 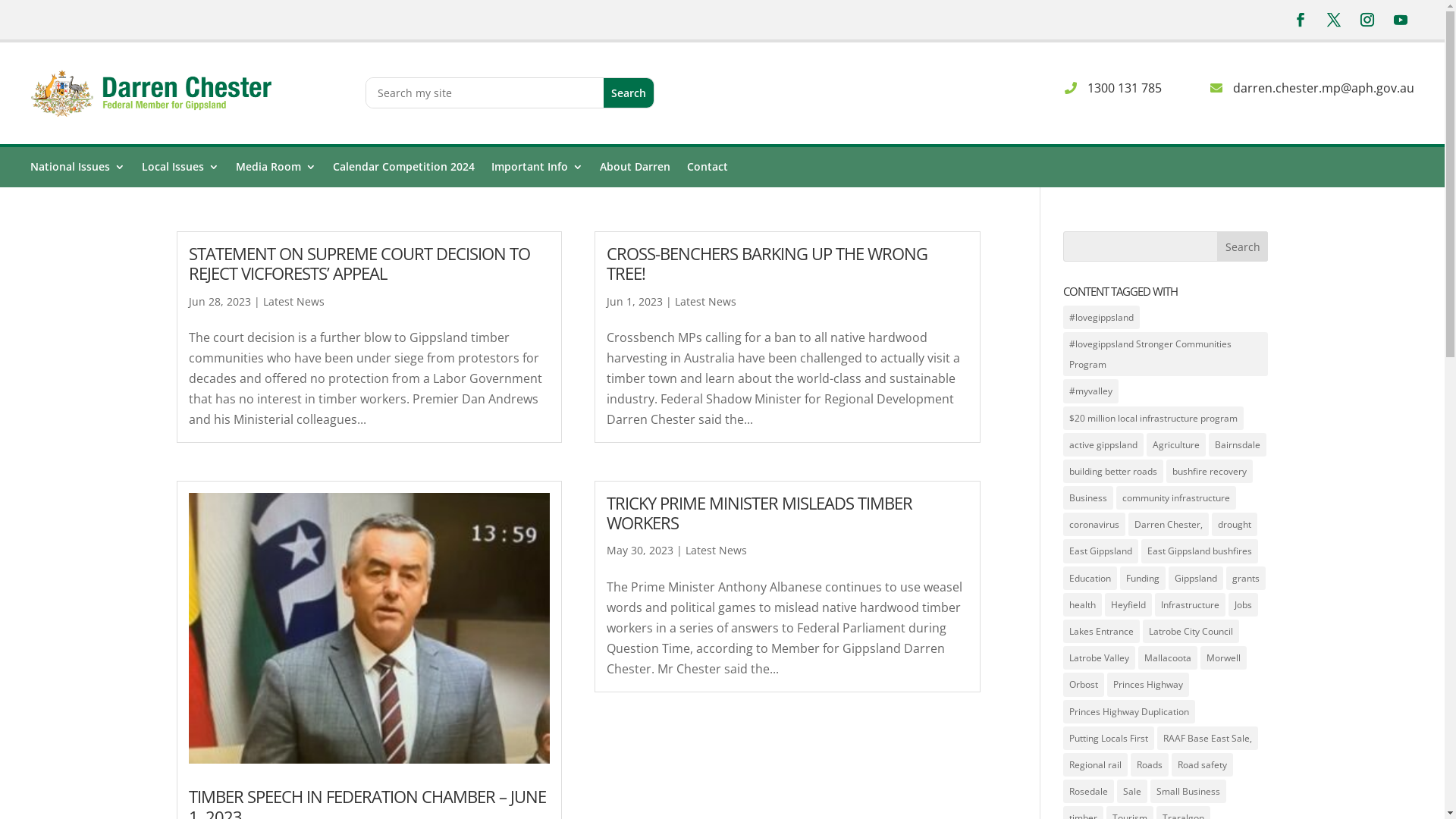 I want to click on 'Small Business', so click(x=1187, y=790).